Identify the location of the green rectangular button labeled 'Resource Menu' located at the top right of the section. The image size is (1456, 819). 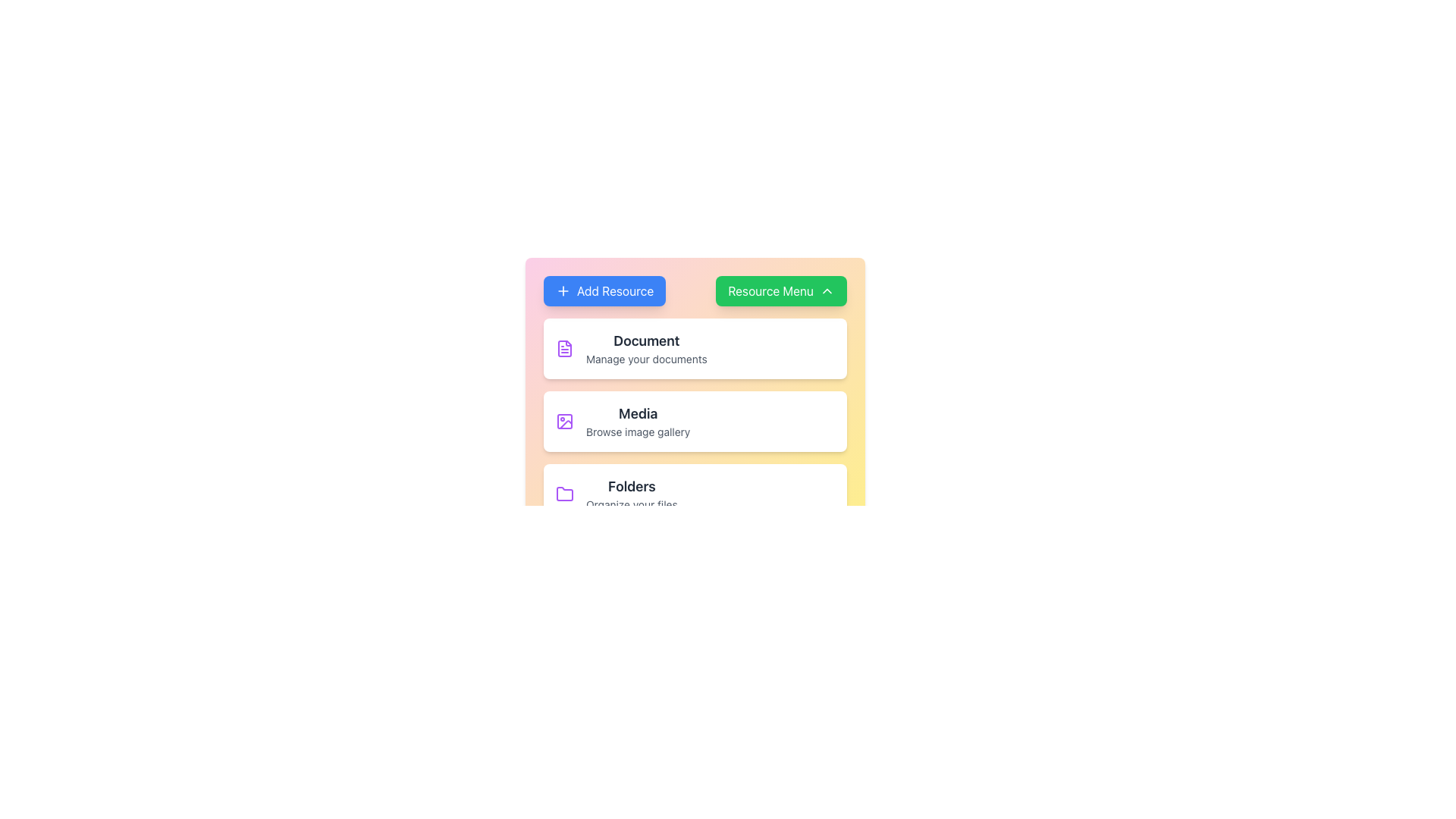
(781, 291).